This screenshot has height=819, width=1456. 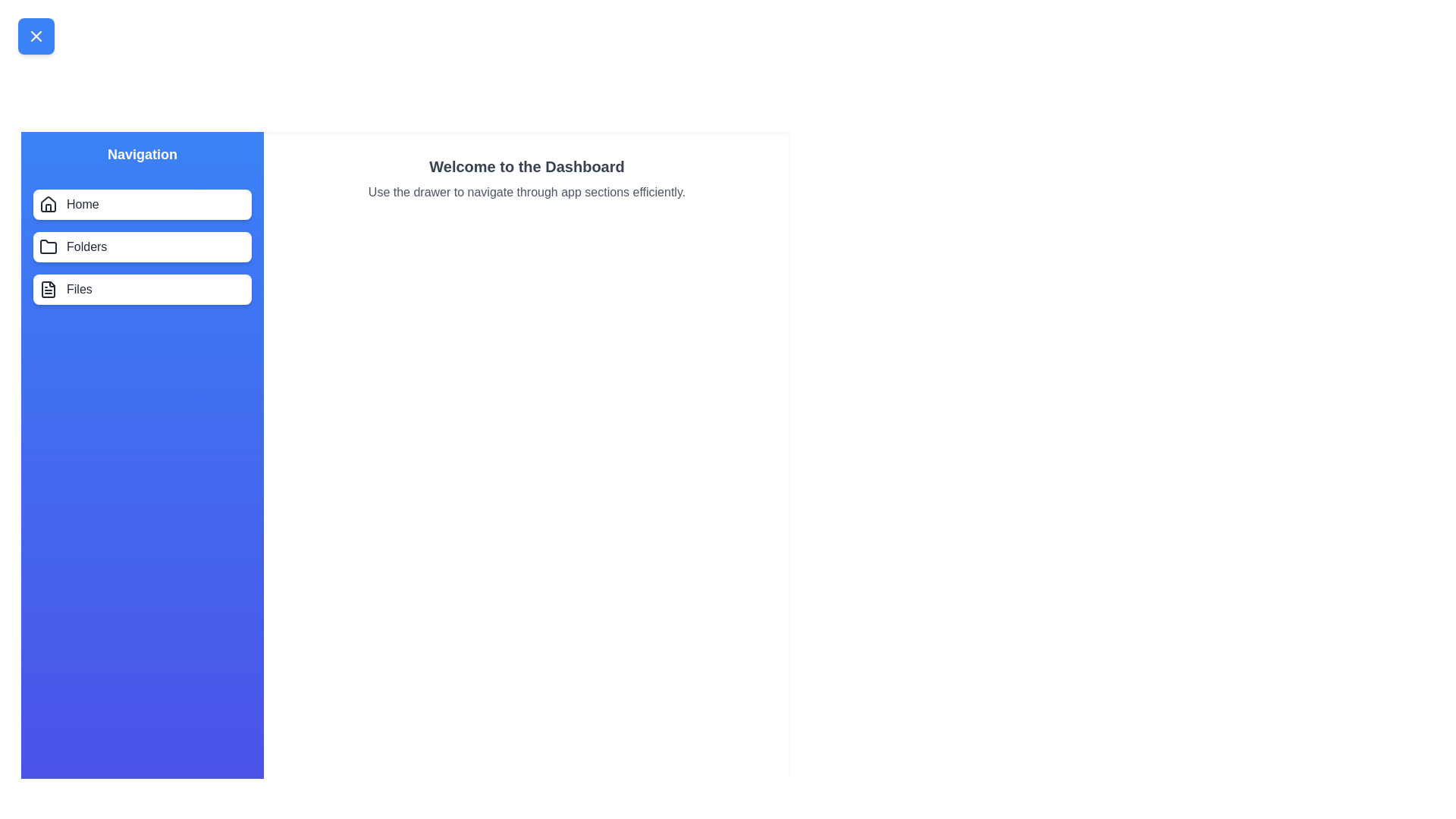 I want to click on the navigation item Files in the drawer, so click(x=142, y=289).